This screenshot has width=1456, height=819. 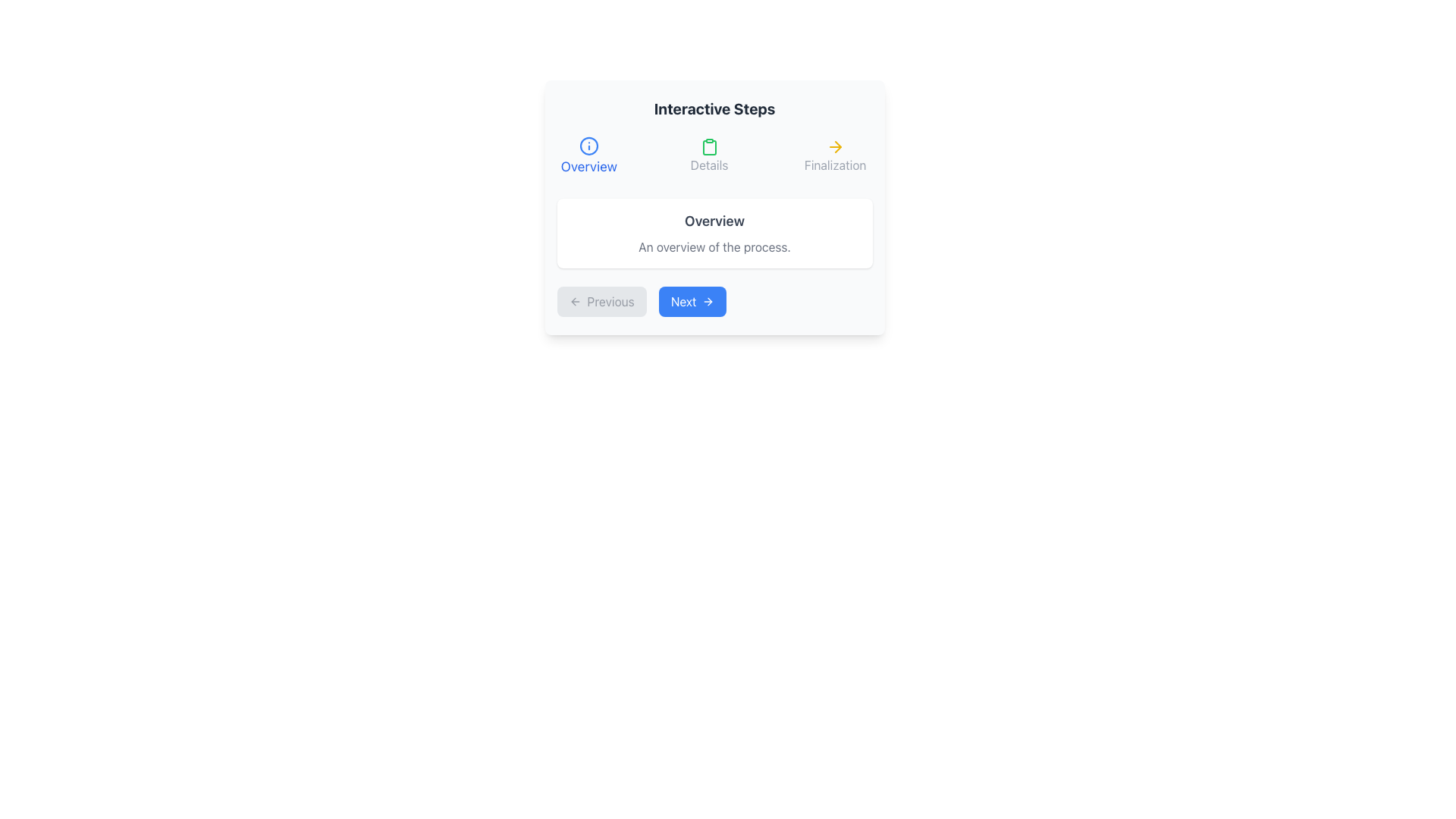 I want to click on the 'Details' step icon, which is centrally located within the 'Details' button of the interactive steps navigation, so click(x=708, y=148).